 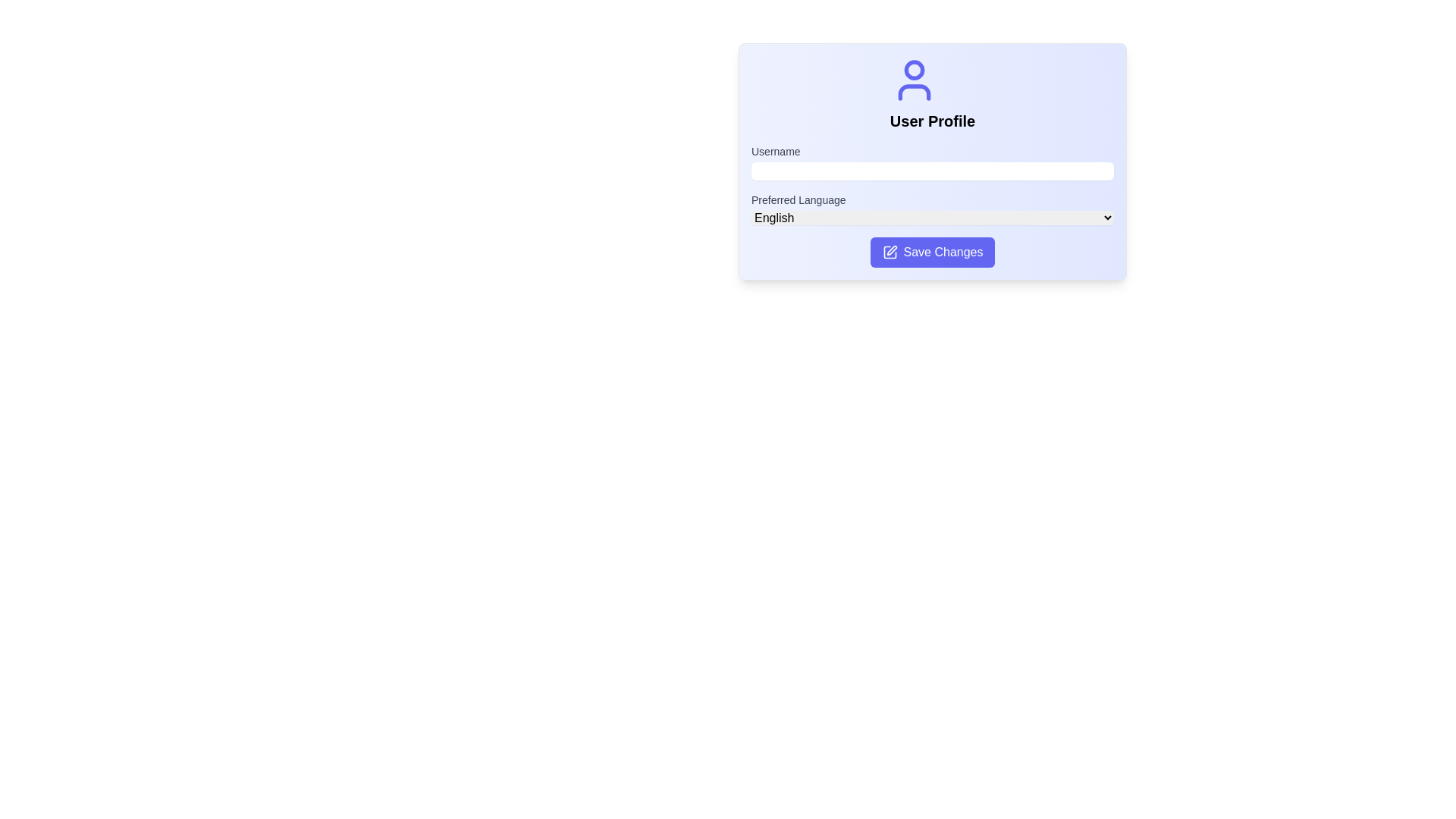 I want to click on the circular graphic element that is part of the user profile icon at the top of the card display labeled 'User Profile', so click(x=913, y=70).